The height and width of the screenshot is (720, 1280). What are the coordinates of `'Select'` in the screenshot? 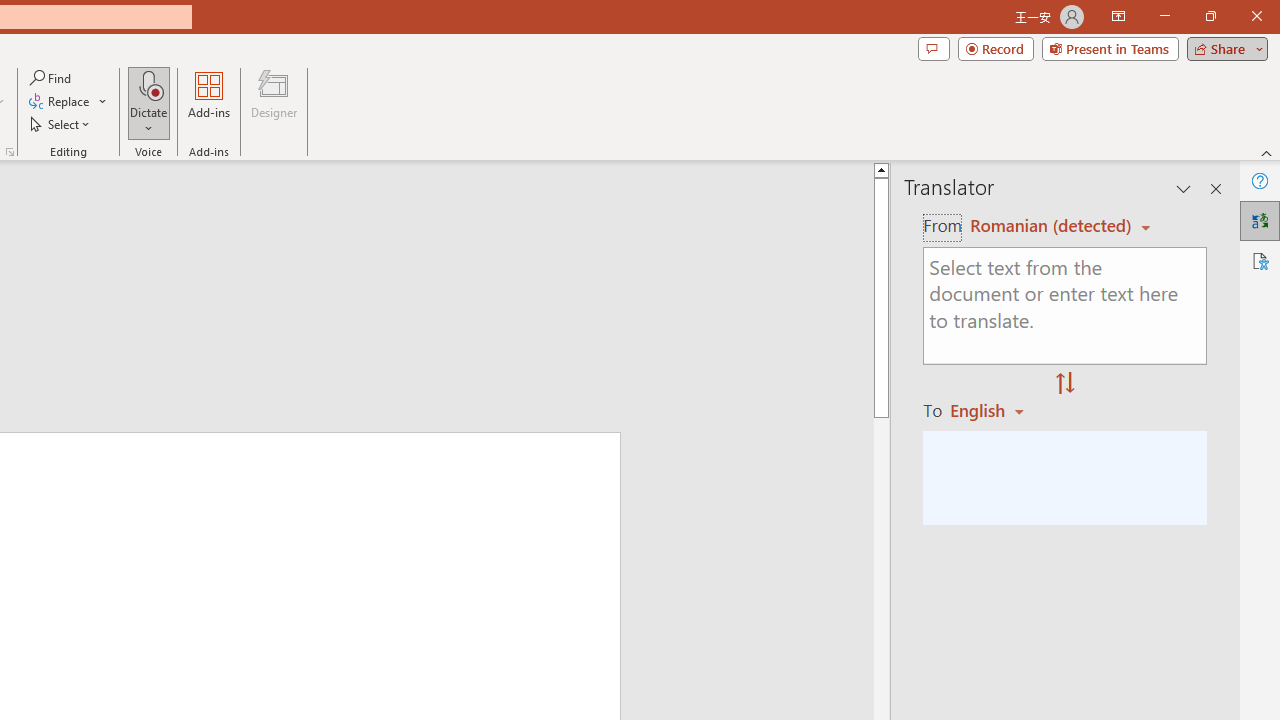 It's located at (61, 124).